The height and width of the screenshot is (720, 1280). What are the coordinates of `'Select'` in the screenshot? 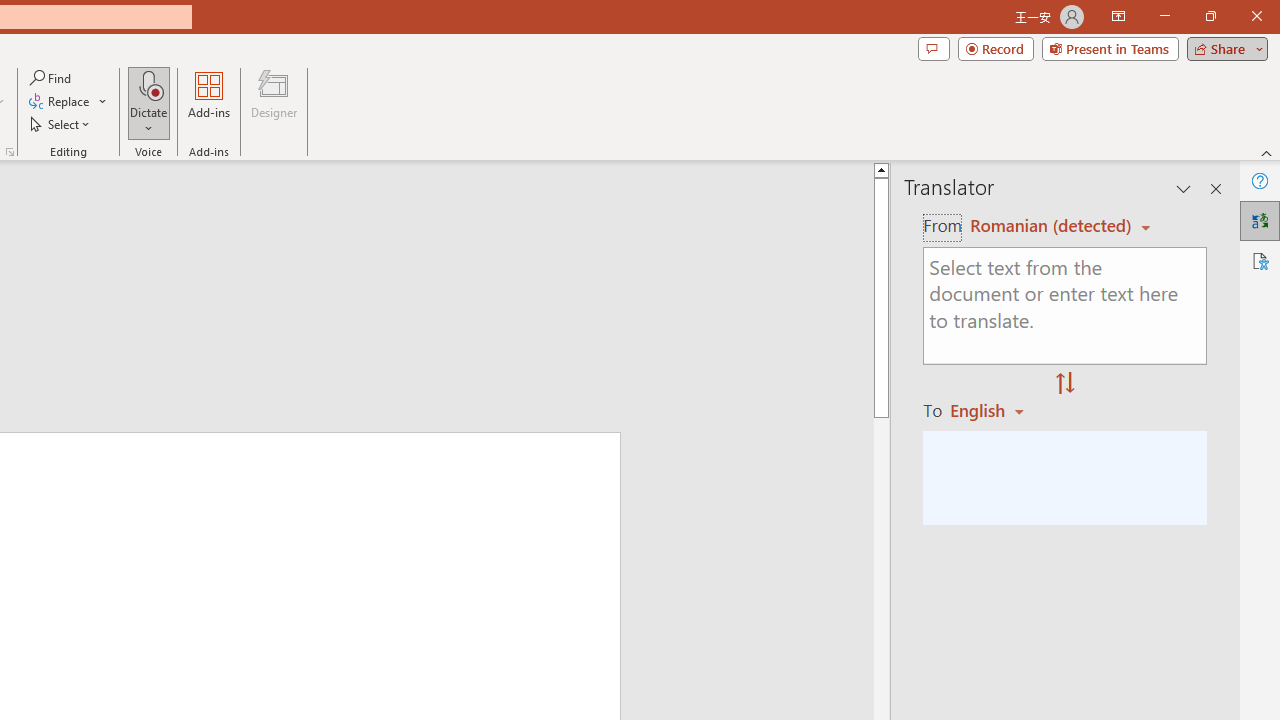 It's located at (61, 124).